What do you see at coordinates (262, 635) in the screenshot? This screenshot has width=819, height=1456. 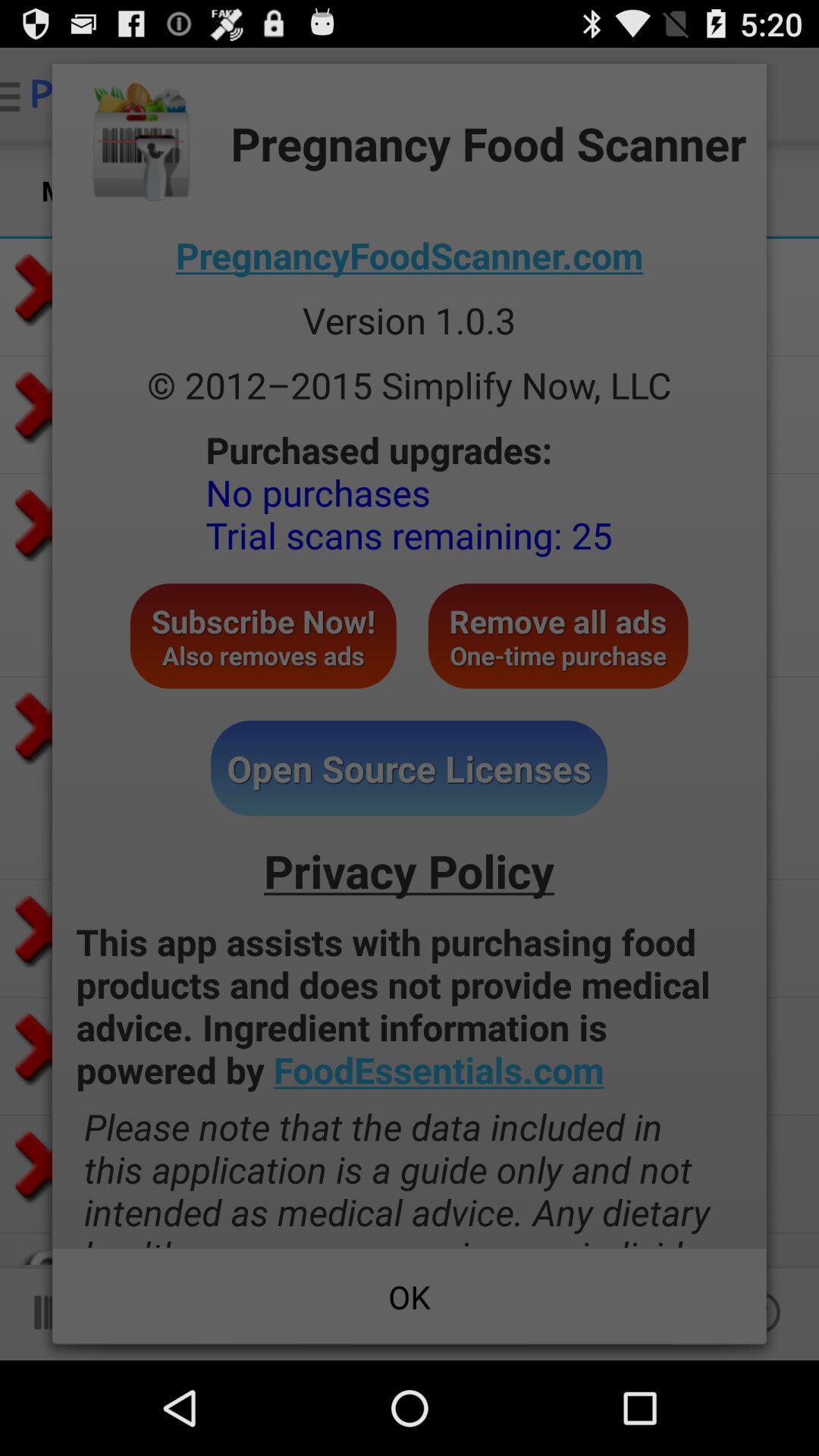 I see `the icon on the left` at bounding box center [262, 635].